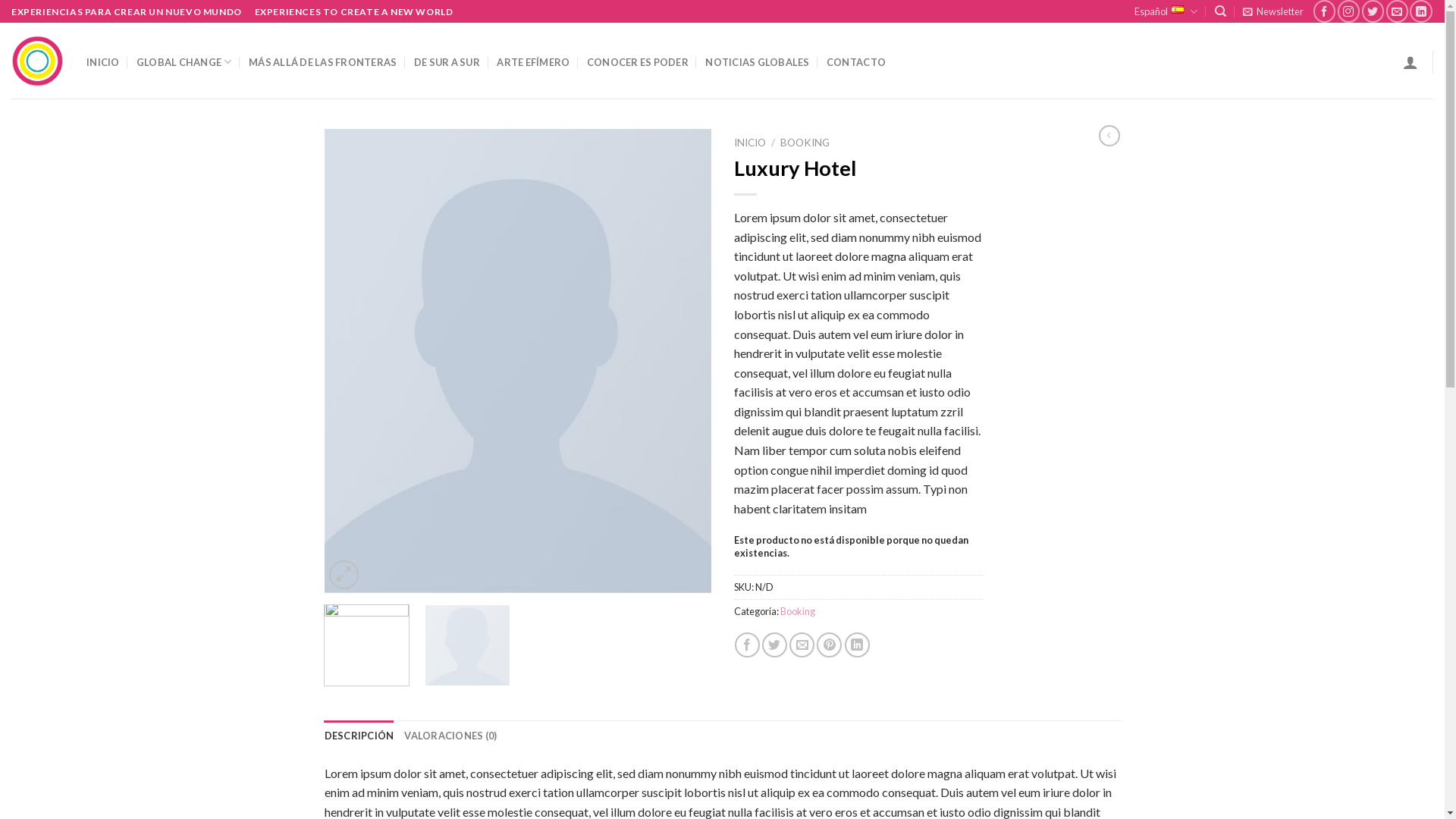  What do you see at coordinates (855, 61) in the screenshot?
I see `'CONTACTO'` at bounding box center [855, 61].